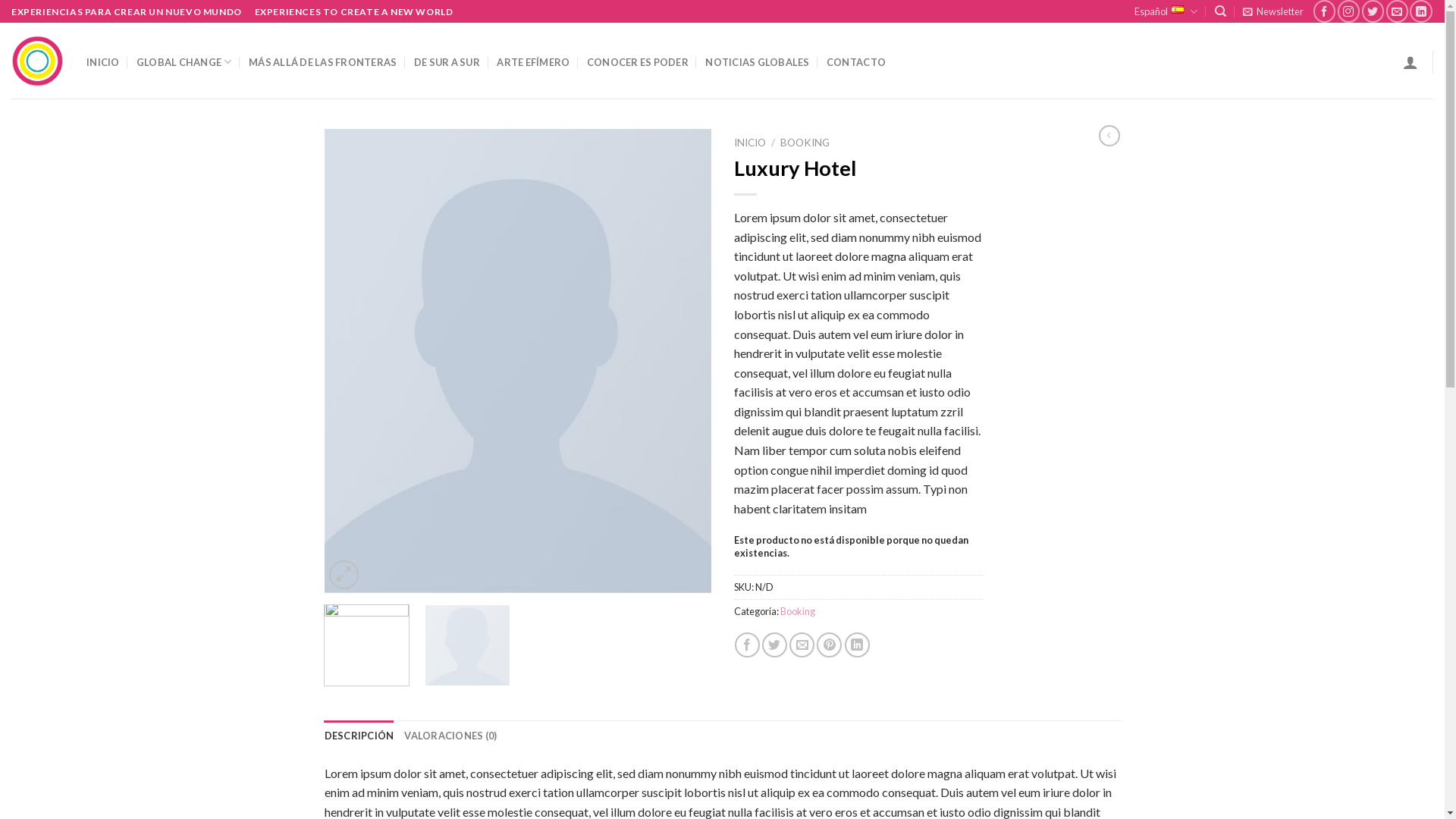  What do you see at coordinates (855, 61) in the screenshot?
I see `'CONTACTO'` at bounding box center [855, 61].